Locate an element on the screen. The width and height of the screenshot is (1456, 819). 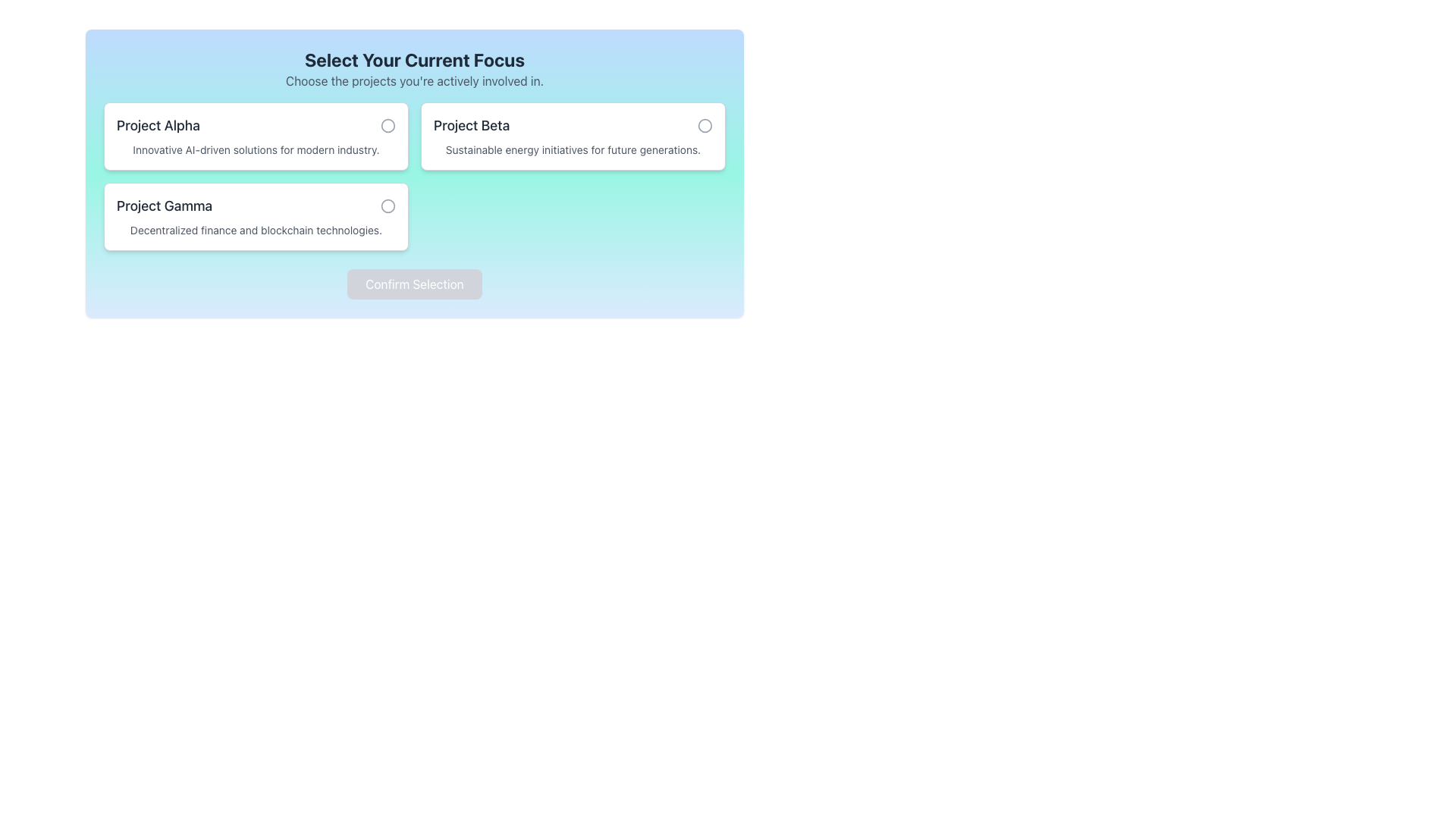
the SVG circle graphical icon located within the card labeled 'Project Gamma', positioned near the right edge of the card and vertically centered is located at coordinates (388, 206).